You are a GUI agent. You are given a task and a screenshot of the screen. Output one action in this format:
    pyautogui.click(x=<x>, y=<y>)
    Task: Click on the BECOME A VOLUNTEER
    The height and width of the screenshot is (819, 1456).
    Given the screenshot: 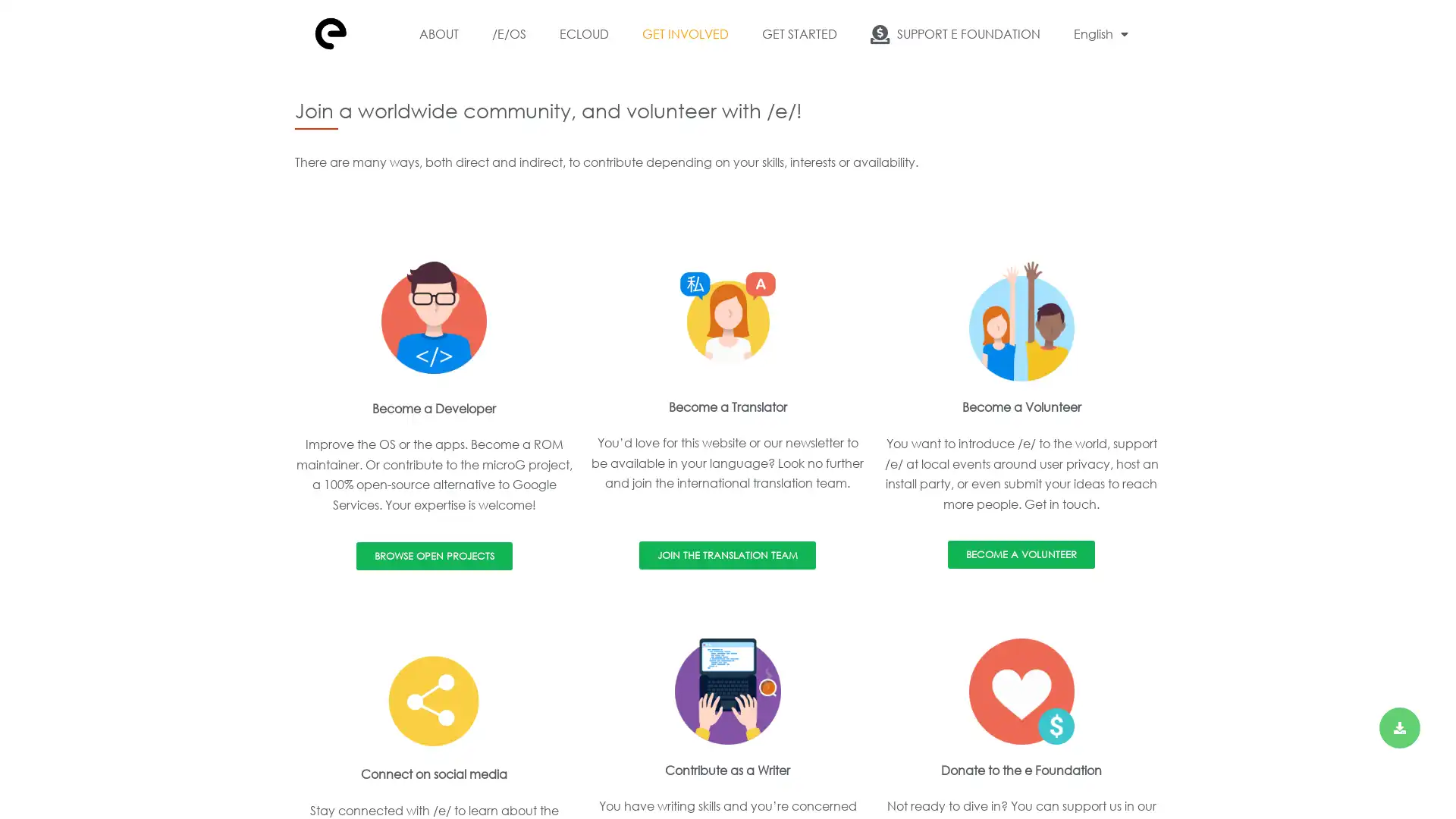 What is the action you would take?
    pyautogui.click(x=1021, y=554)
    